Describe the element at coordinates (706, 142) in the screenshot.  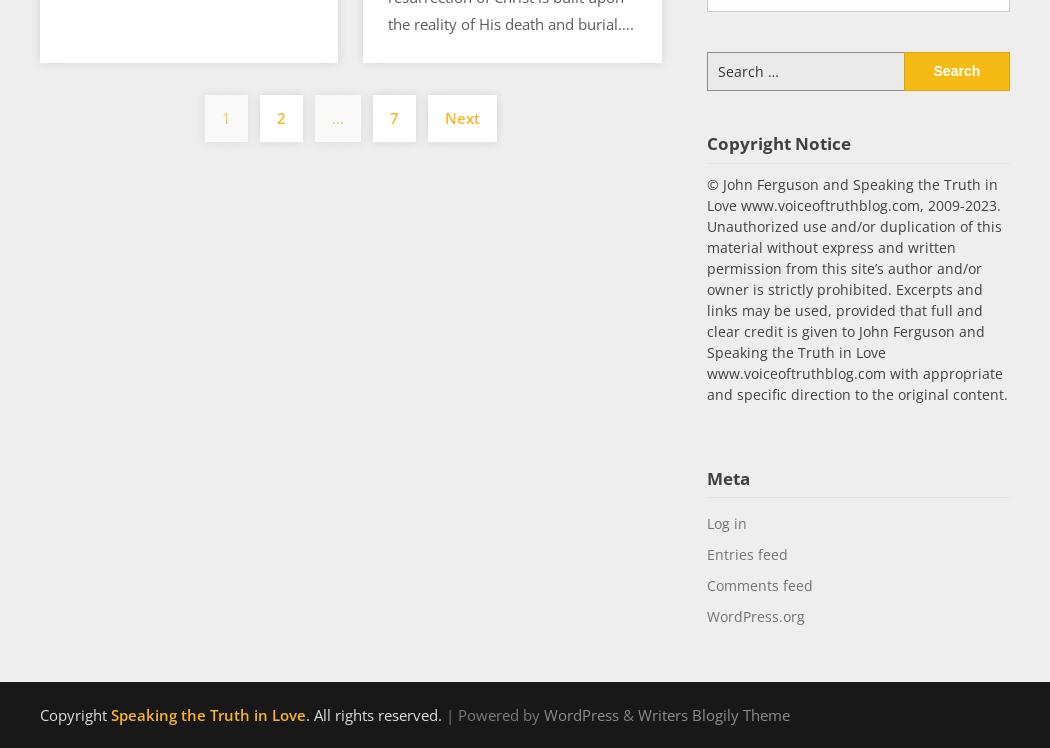
I see `'Copyright Notice'` at that location.